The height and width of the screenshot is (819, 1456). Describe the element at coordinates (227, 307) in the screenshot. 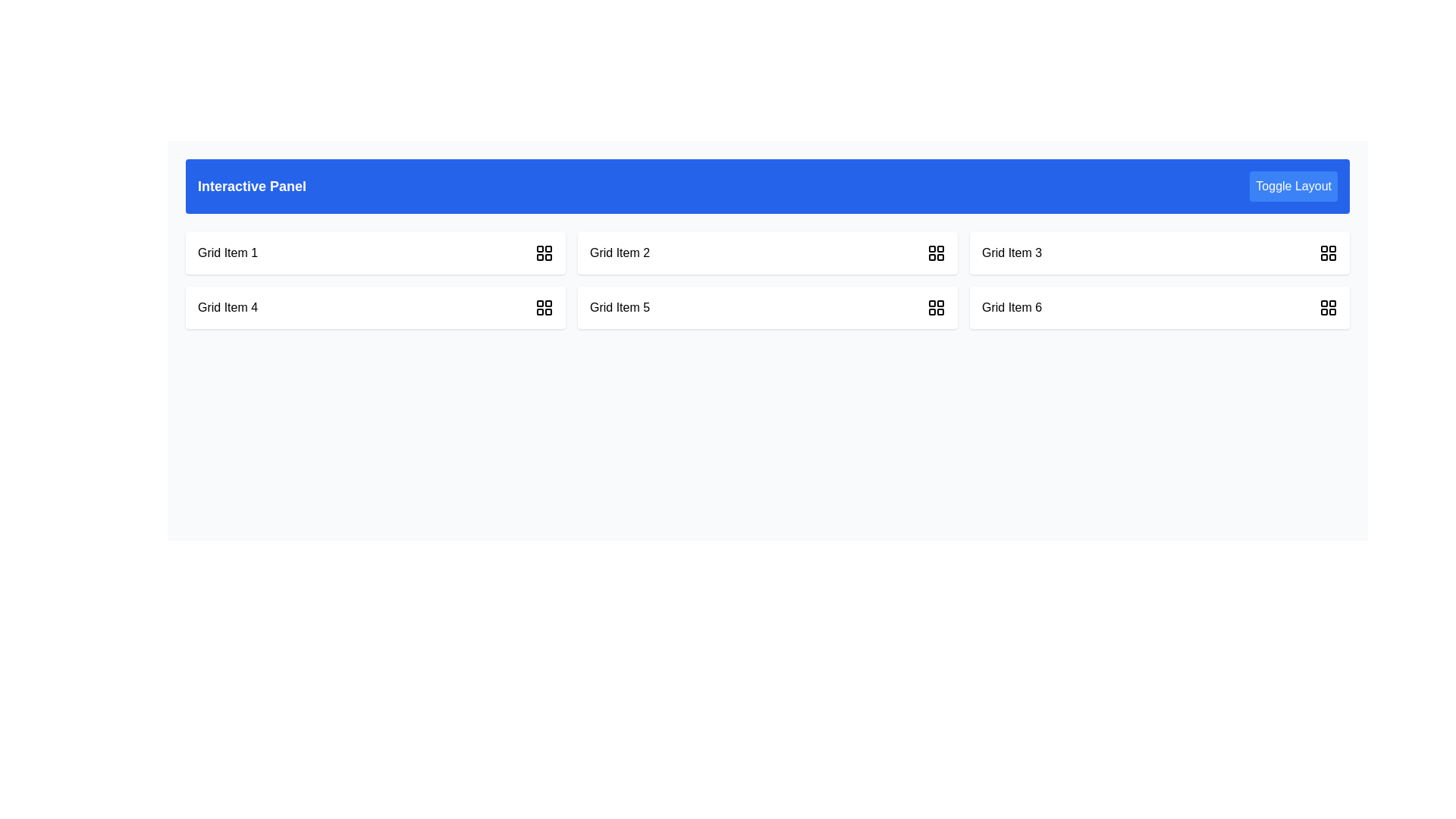

I see `the text label displaying 'Grid Item 4' which is located in the second row of a grid layout, beneath 'Grid Item 1'` at that location.